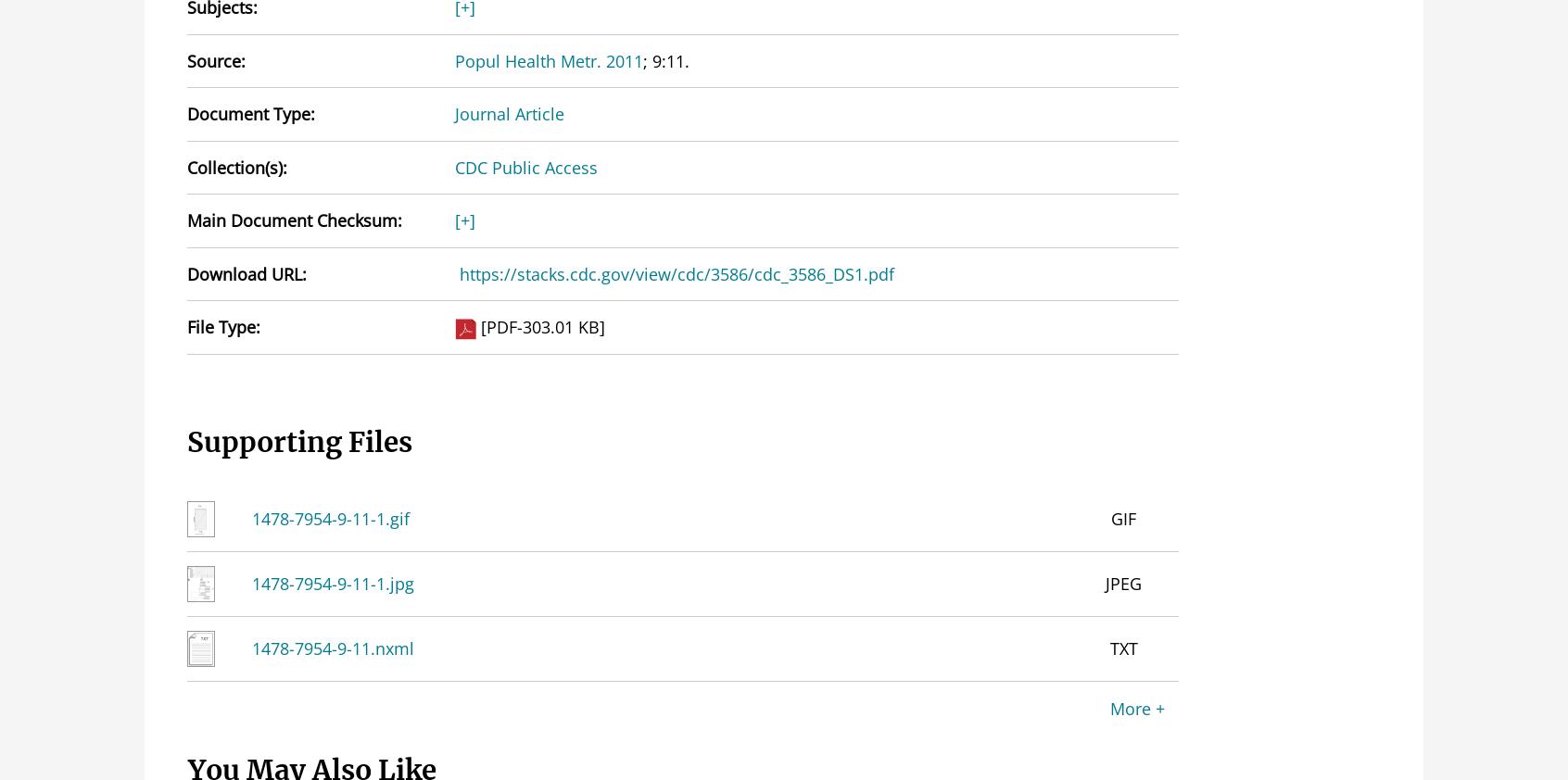 The image size is (1568, 780). Describe the element at coordinates (236, 166) in the screenshot. I see `'Collection(s):'` at that location.